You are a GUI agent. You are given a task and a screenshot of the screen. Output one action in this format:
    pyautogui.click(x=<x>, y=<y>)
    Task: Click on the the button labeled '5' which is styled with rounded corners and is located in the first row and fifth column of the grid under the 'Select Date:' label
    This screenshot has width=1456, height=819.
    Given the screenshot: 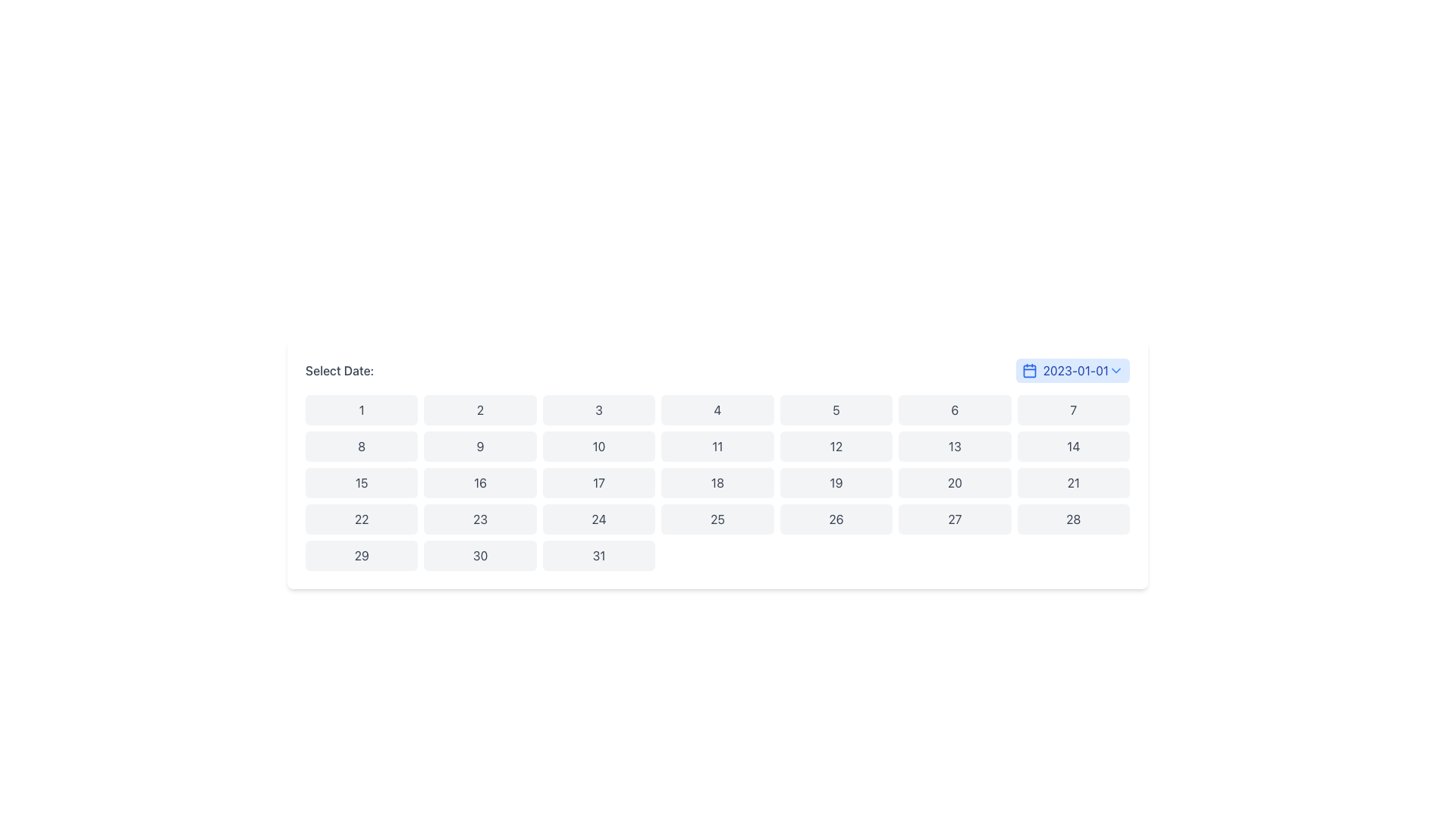 What is the action you would take?
    pyautogui.click(x=835, y=409)
    